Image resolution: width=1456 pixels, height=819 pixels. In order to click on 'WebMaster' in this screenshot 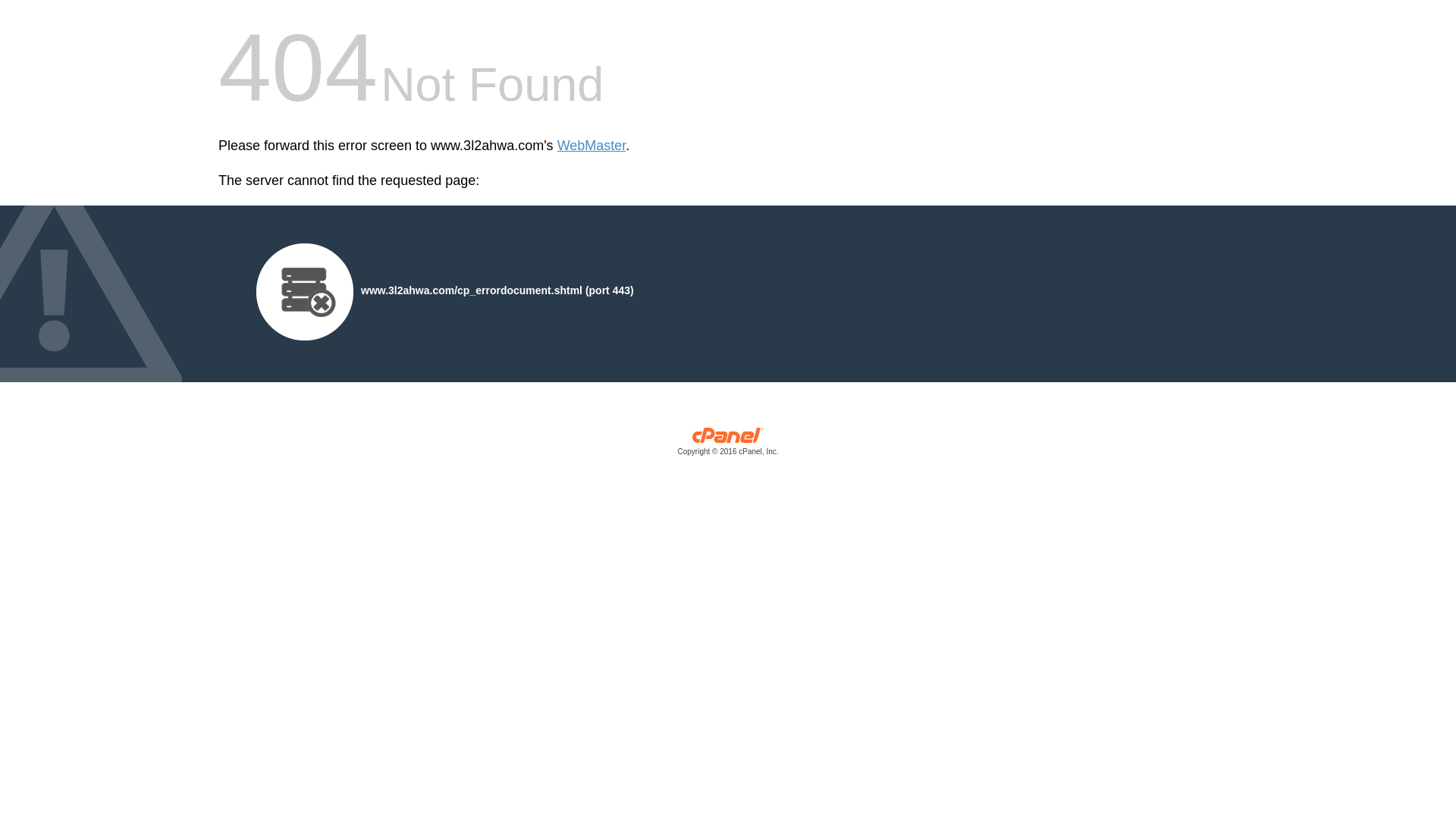, I will do `click(556, 146)`.